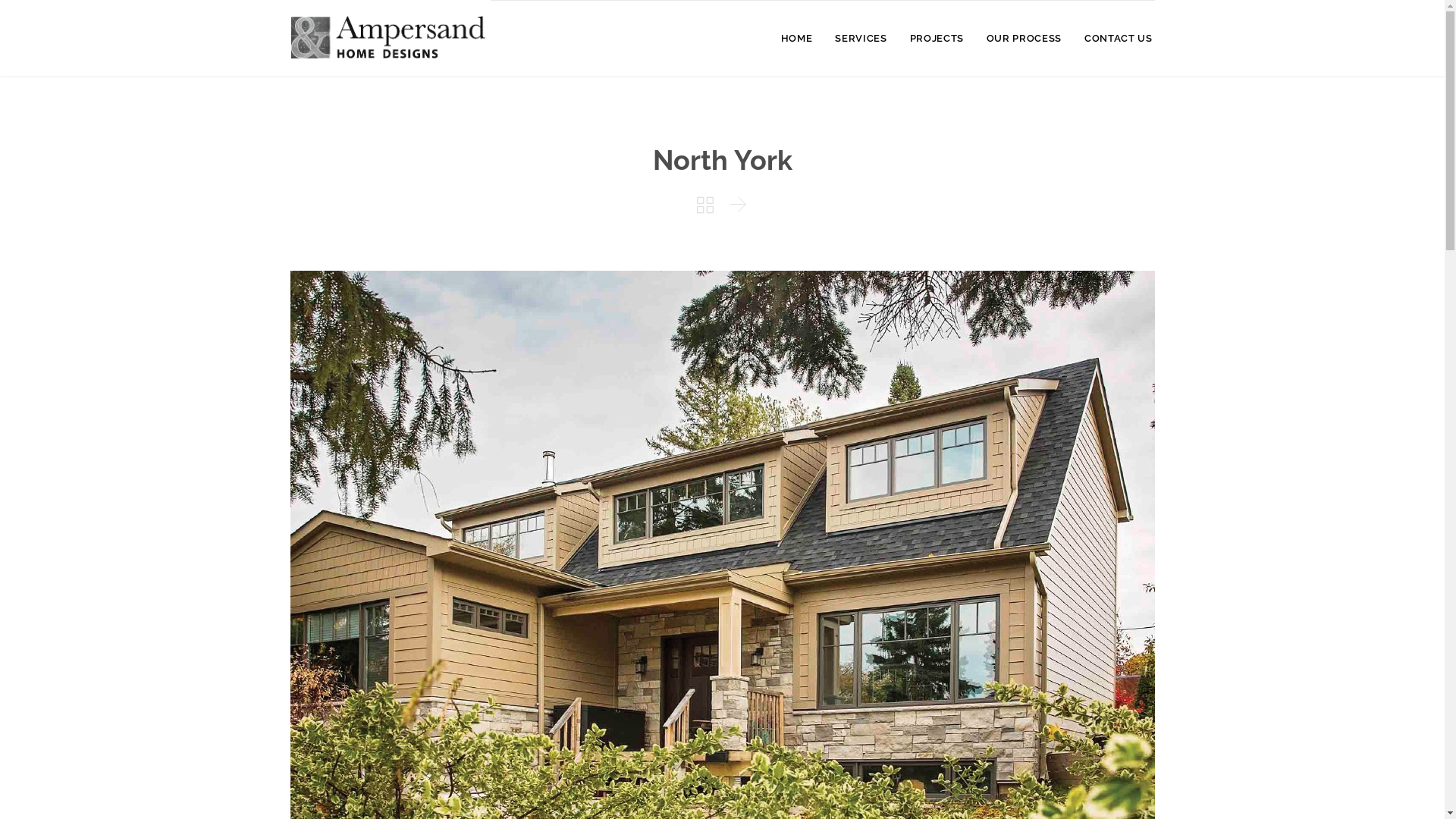 The image size is (1456, 819). Describe the element at coordinates (1024, 39) in the screenshot. I see `'OUR PROCESS'` at that location.